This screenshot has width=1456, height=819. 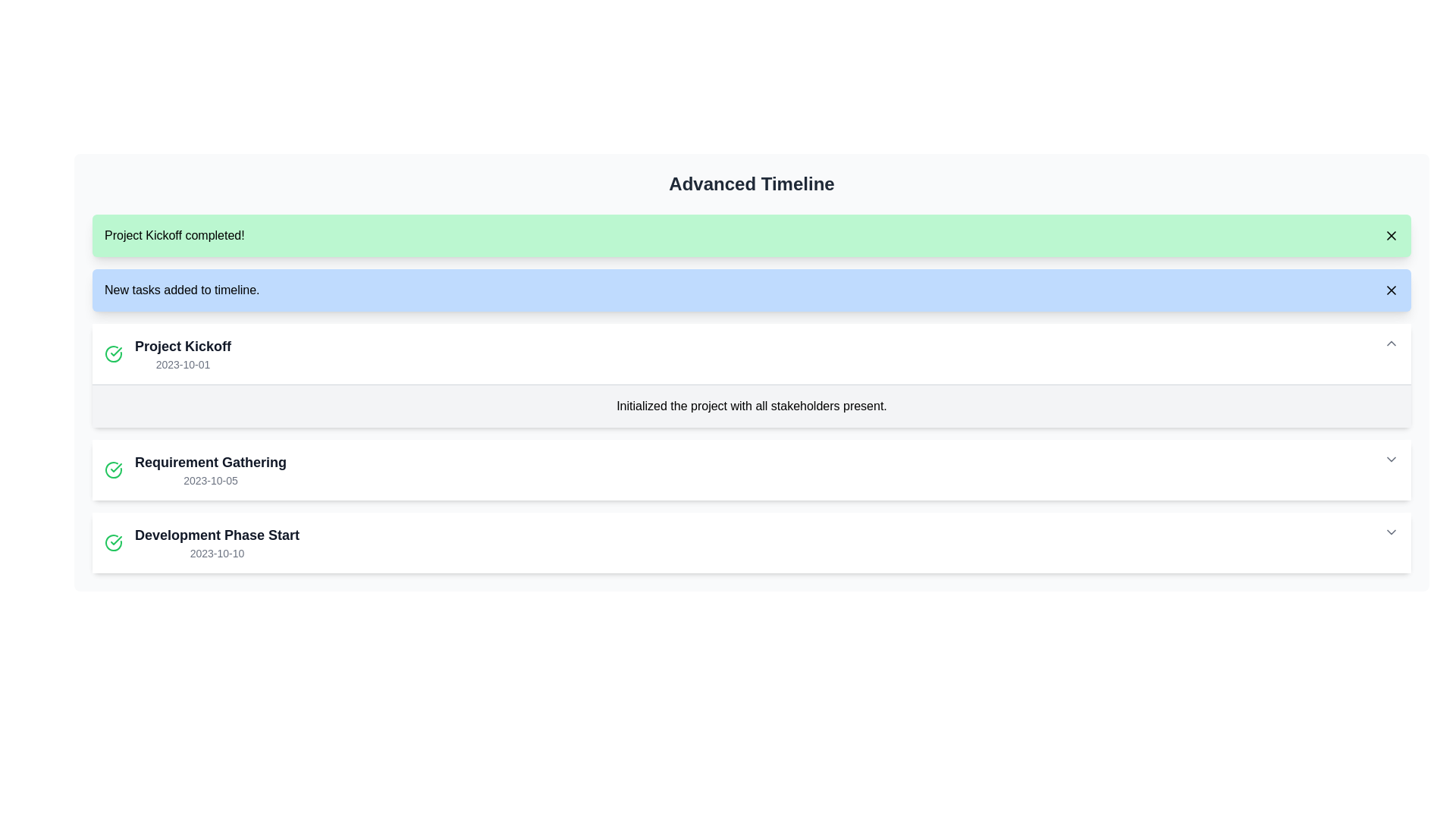 What do you see at coordinates (168, 353) in the screenshot?
I see `the 'Project Kickoff' milestone event in the timeline, which is the third item in the list and is positioned before 'Requirement Gathering'` at bounding box center [168, 353].